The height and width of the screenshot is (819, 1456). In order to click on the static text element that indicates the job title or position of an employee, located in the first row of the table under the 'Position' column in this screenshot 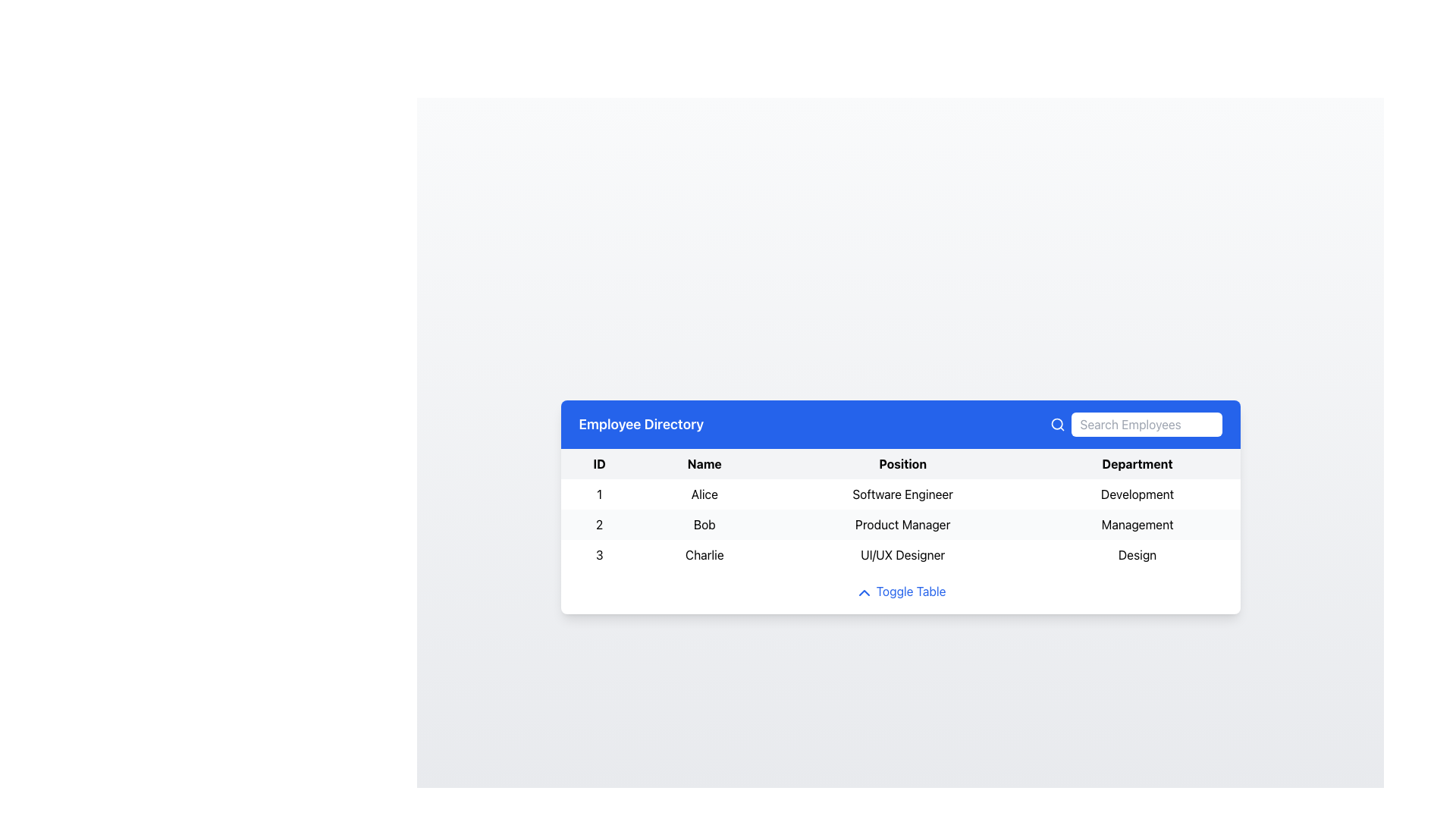, I will do `click(902, 494)`.